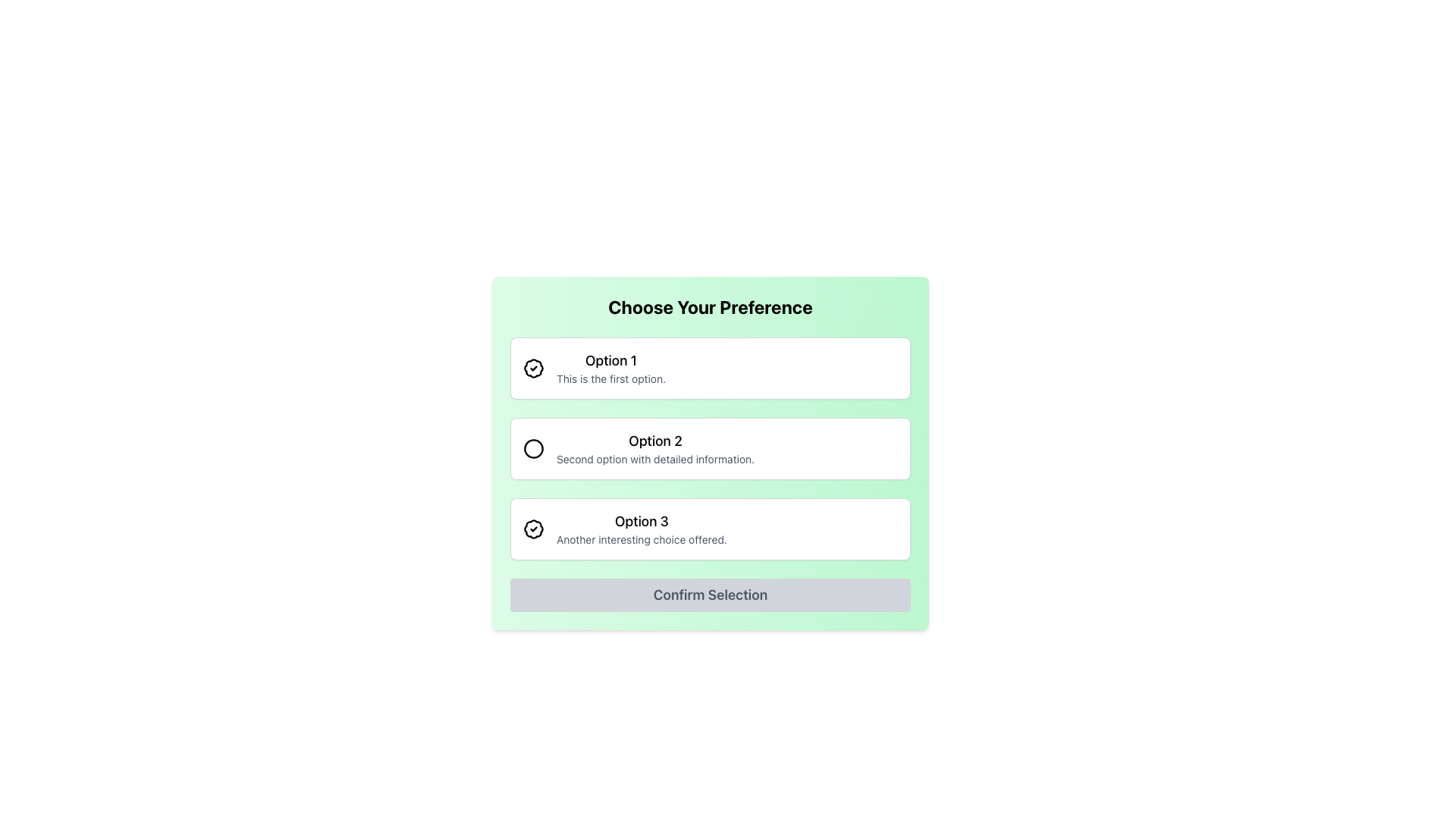 This screenshot has width=1456, height=819. I want to click on the third selectable option card in the preference picker, so click(709, 529).